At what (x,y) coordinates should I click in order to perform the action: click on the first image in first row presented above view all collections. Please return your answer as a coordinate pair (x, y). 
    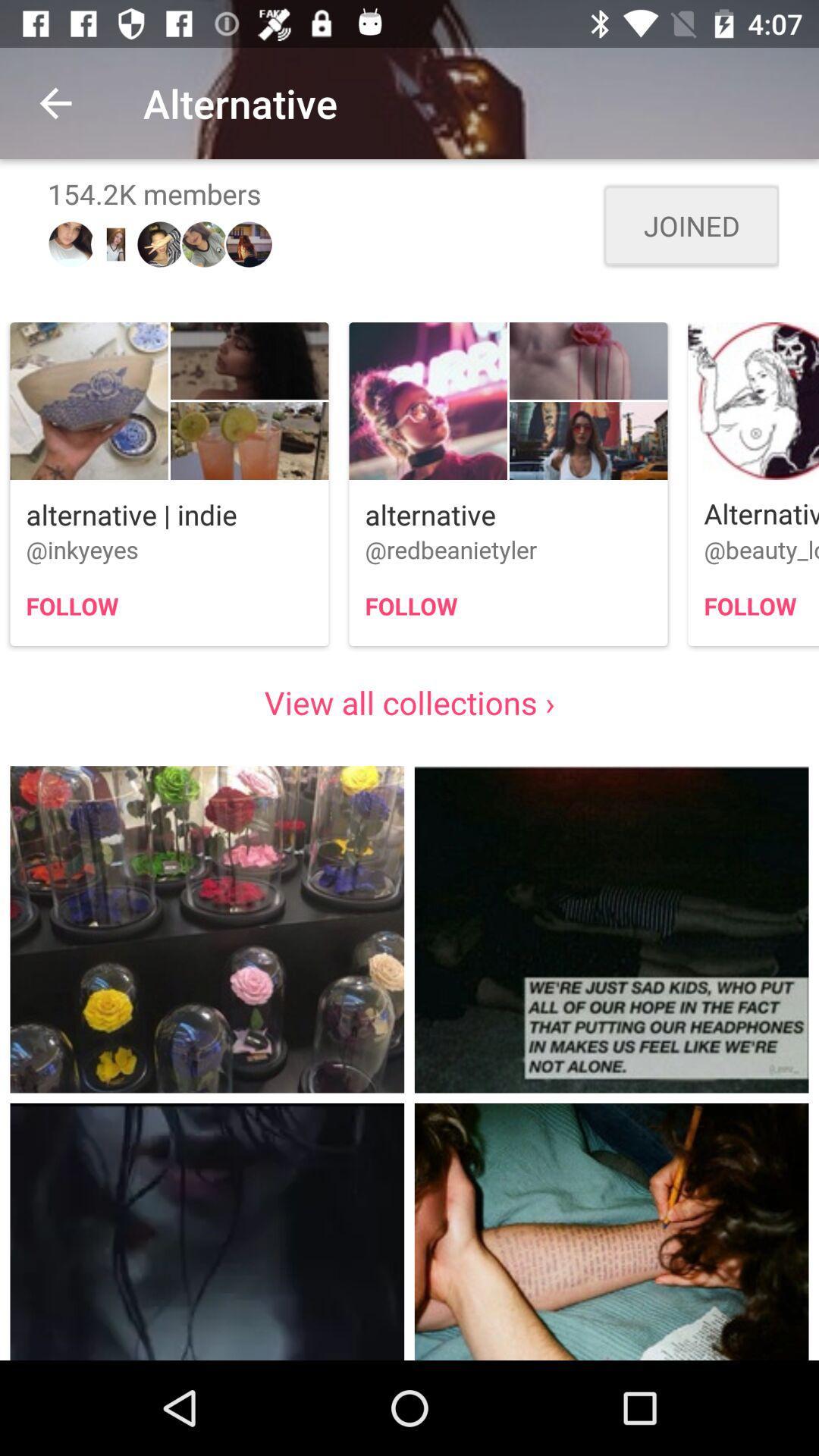
    Looking at the image, I should click on (169, 483).